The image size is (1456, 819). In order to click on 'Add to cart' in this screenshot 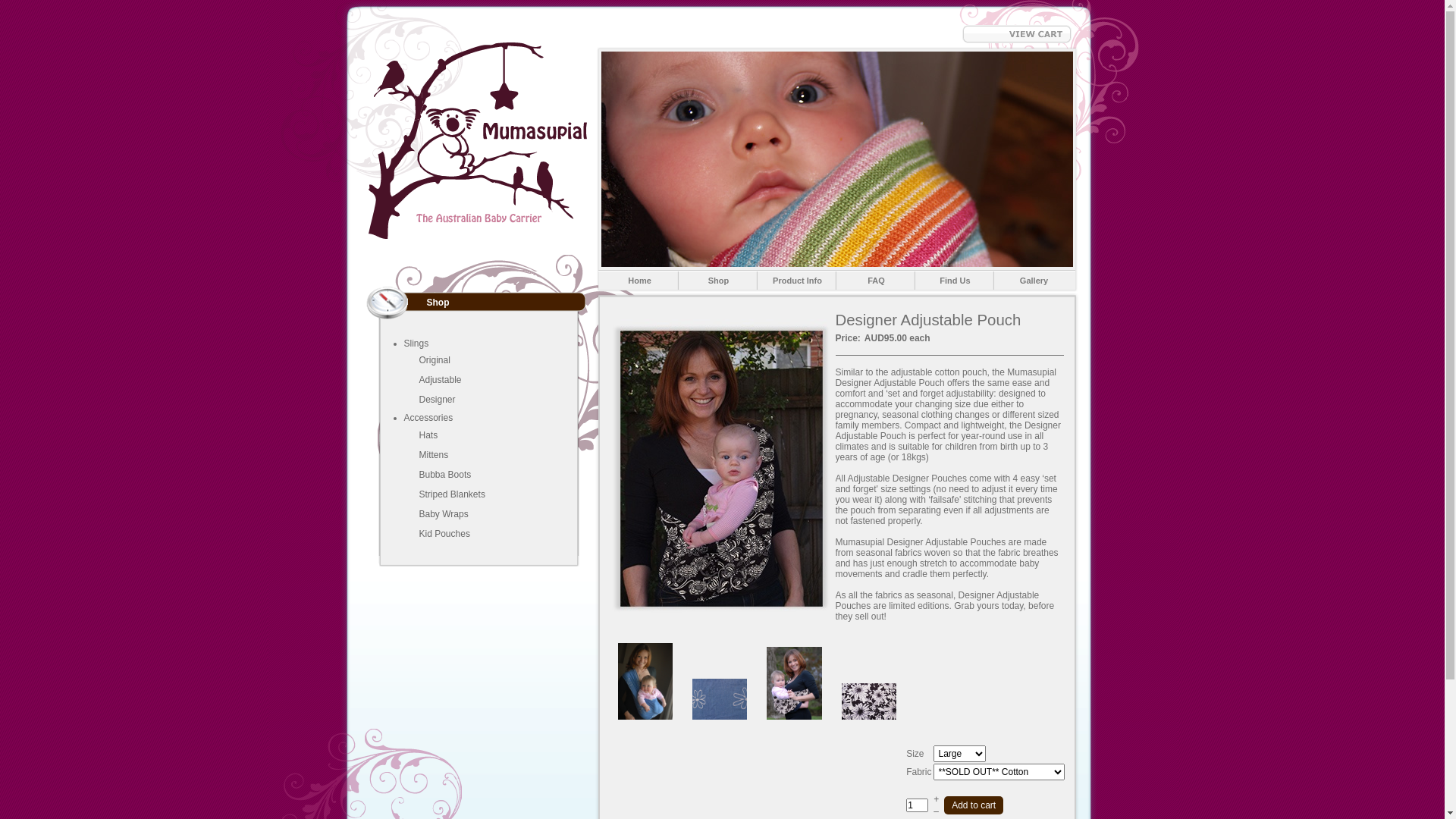, I will do `click(973, 804)`.